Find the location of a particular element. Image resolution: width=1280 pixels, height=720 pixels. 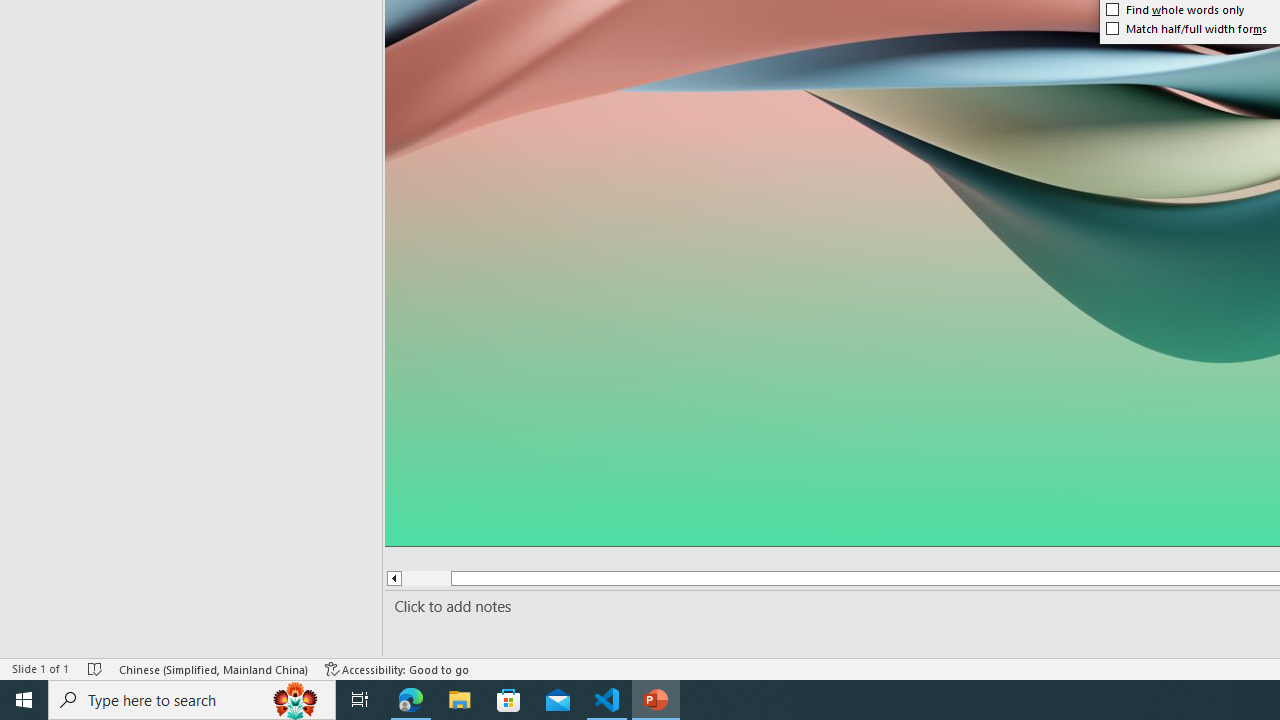

'Match half/full width forms' is located at coordinates (1187, 28).